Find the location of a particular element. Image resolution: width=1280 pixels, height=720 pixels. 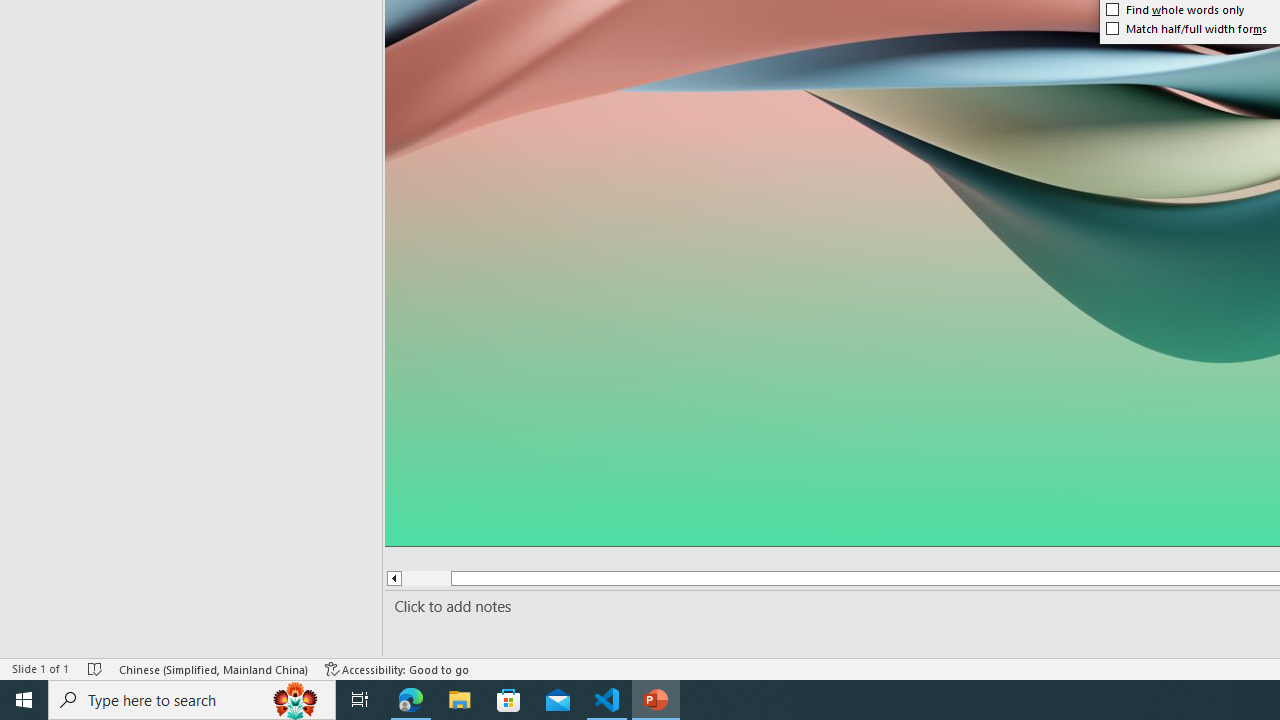

'Match half/full width forms' is located at coordinates (1187, 28).